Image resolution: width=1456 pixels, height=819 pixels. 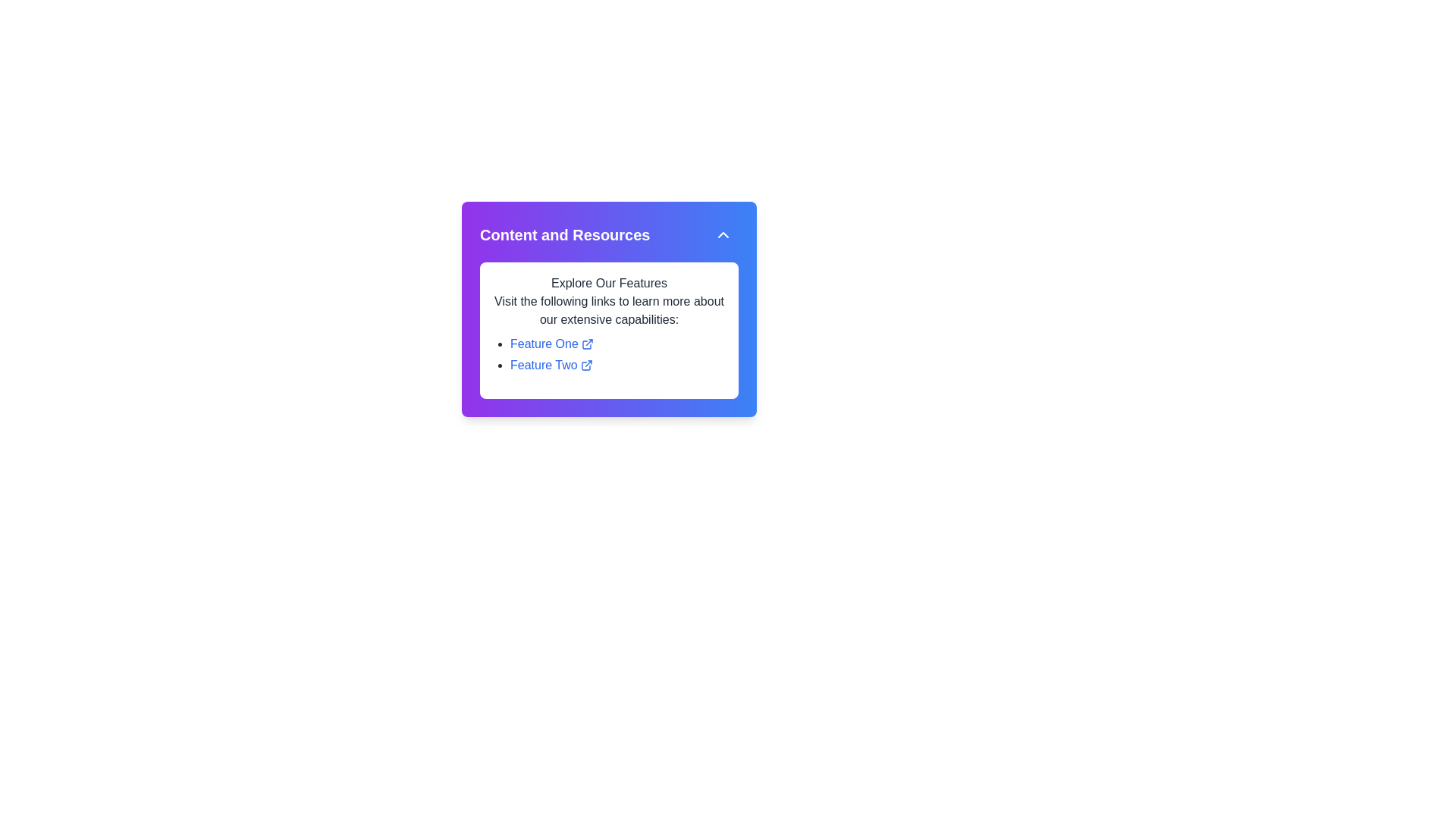 What do you see at coordinates (586, 344) in the screenshot?
I see `the External link indicator icon next to the link labeled 'Feature One'` at bounding box center [586, 344].